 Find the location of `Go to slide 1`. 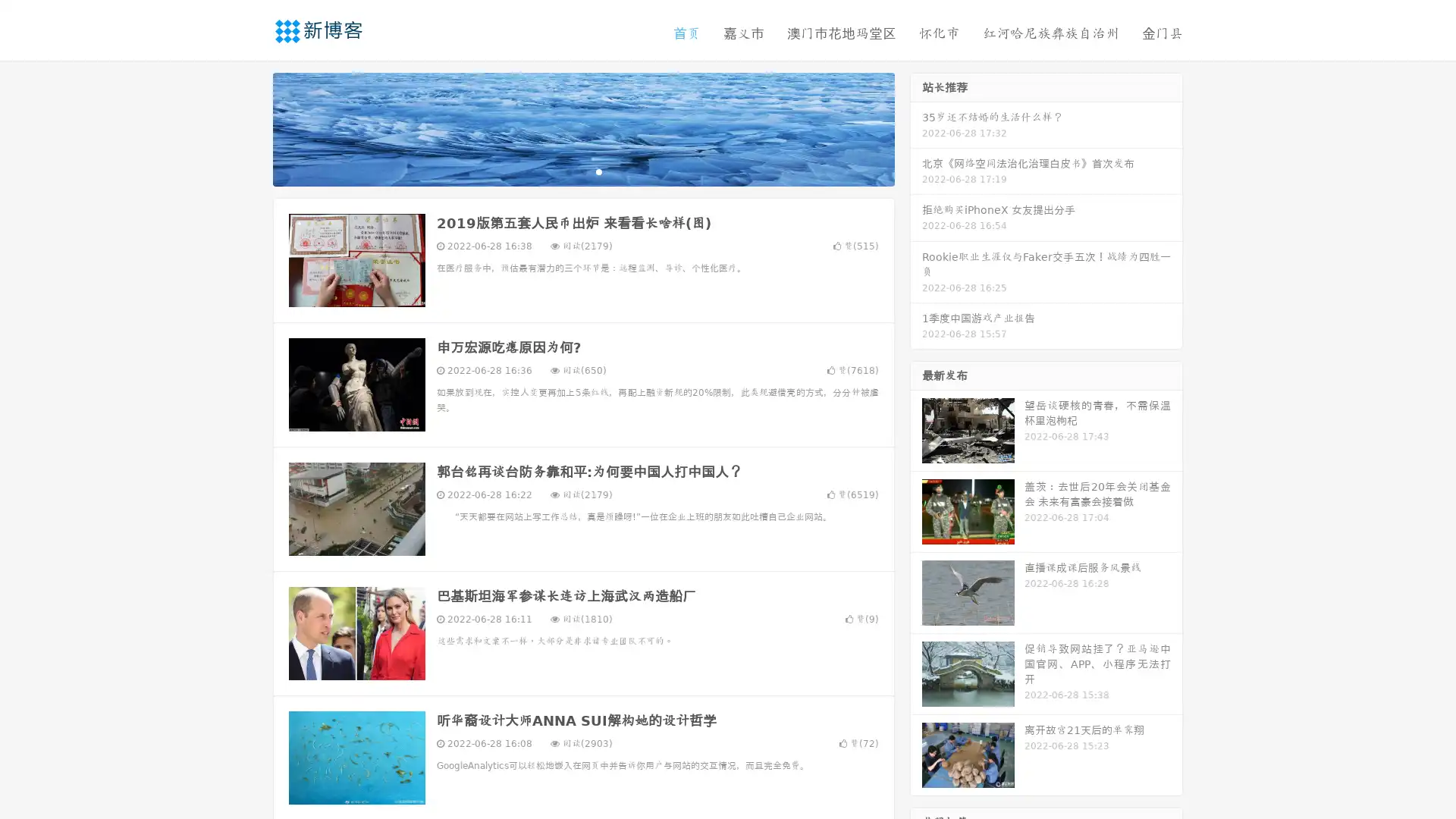

Go to slide 1 is located at coordinates (567, 171).